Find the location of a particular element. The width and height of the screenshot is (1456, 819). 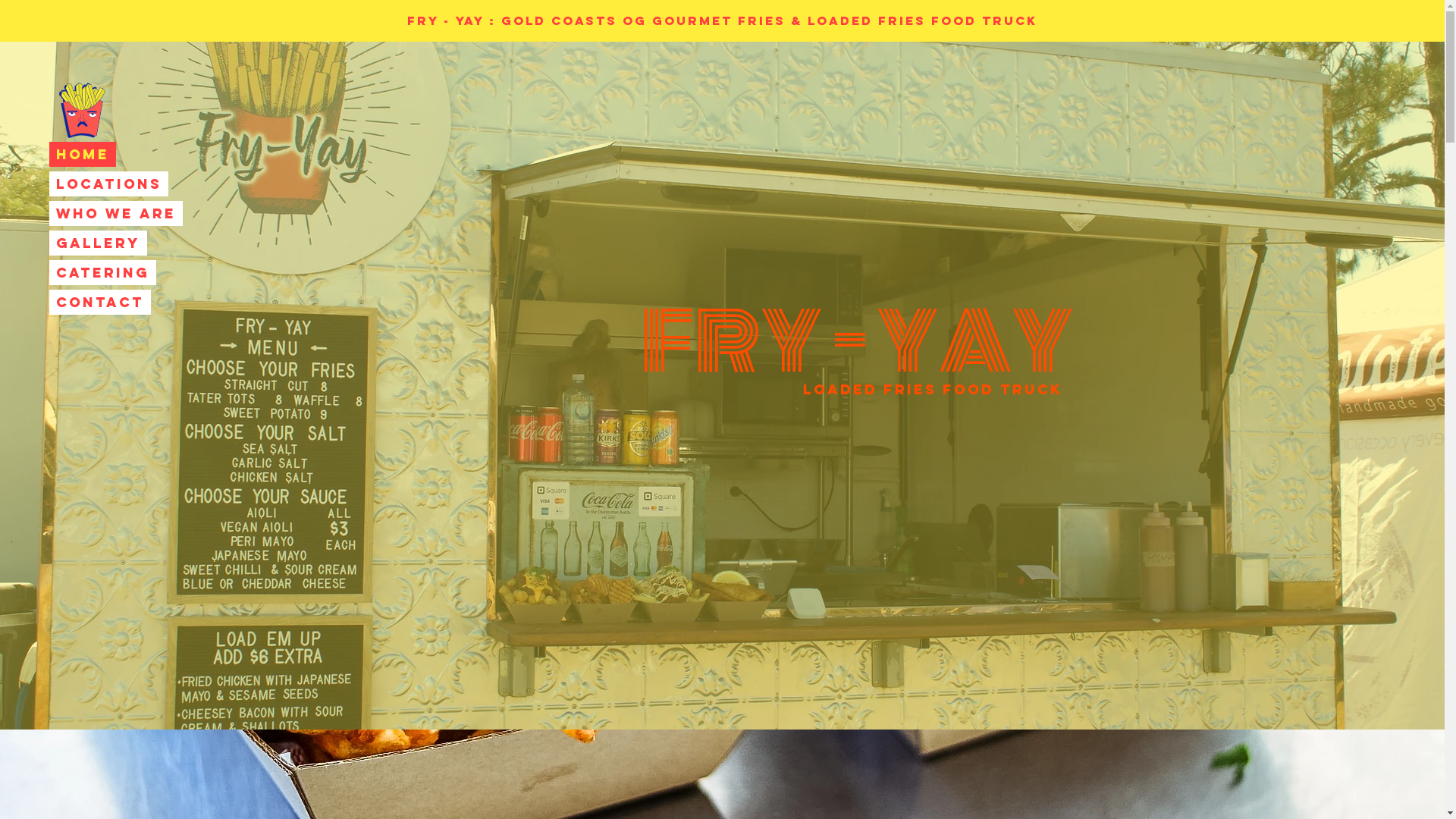

'Home' is located at coordinates (82, 154).